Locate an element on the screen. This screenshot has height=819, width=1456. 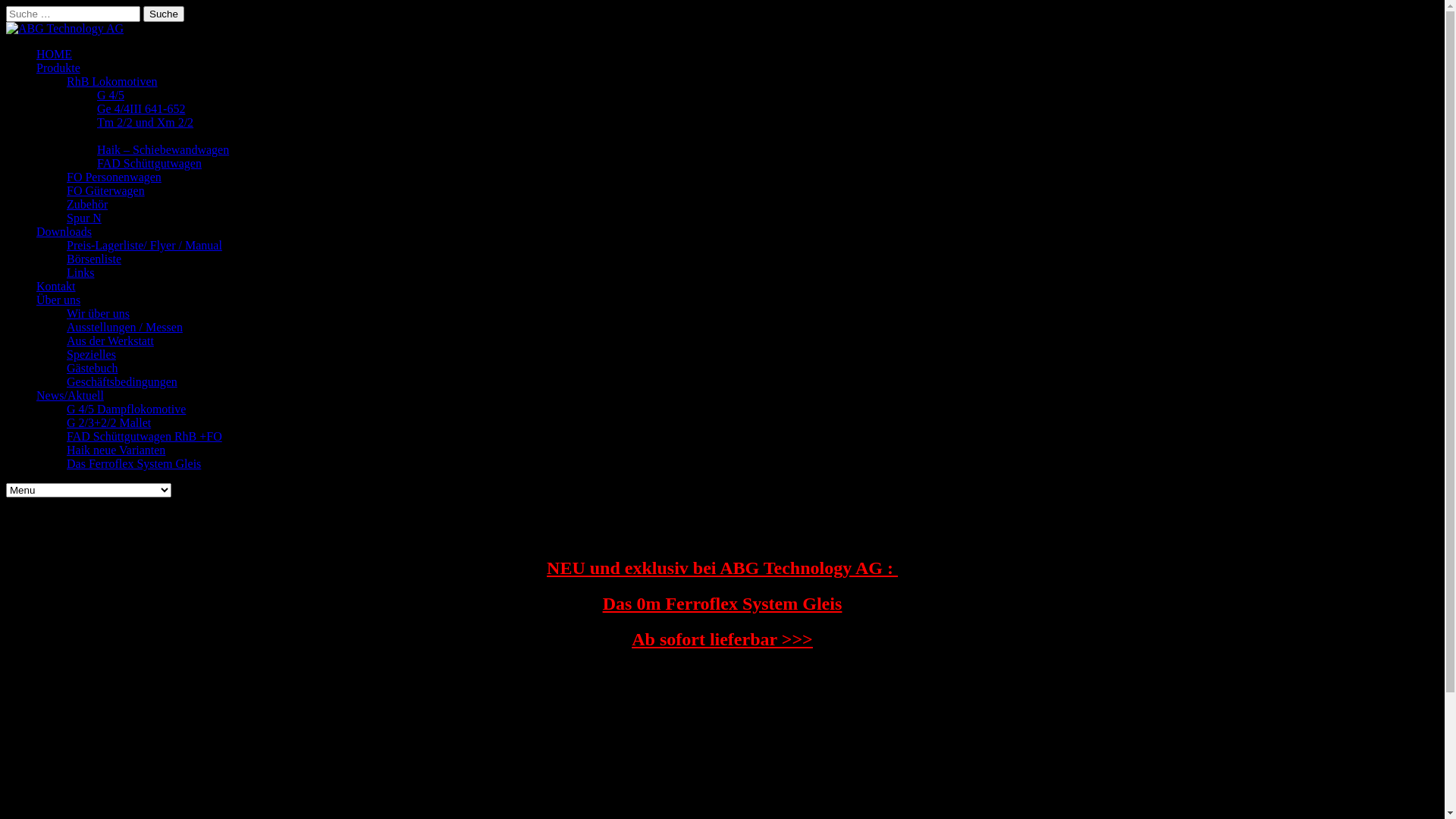
'News/Aktuell' is located at coordinates (69, 394).